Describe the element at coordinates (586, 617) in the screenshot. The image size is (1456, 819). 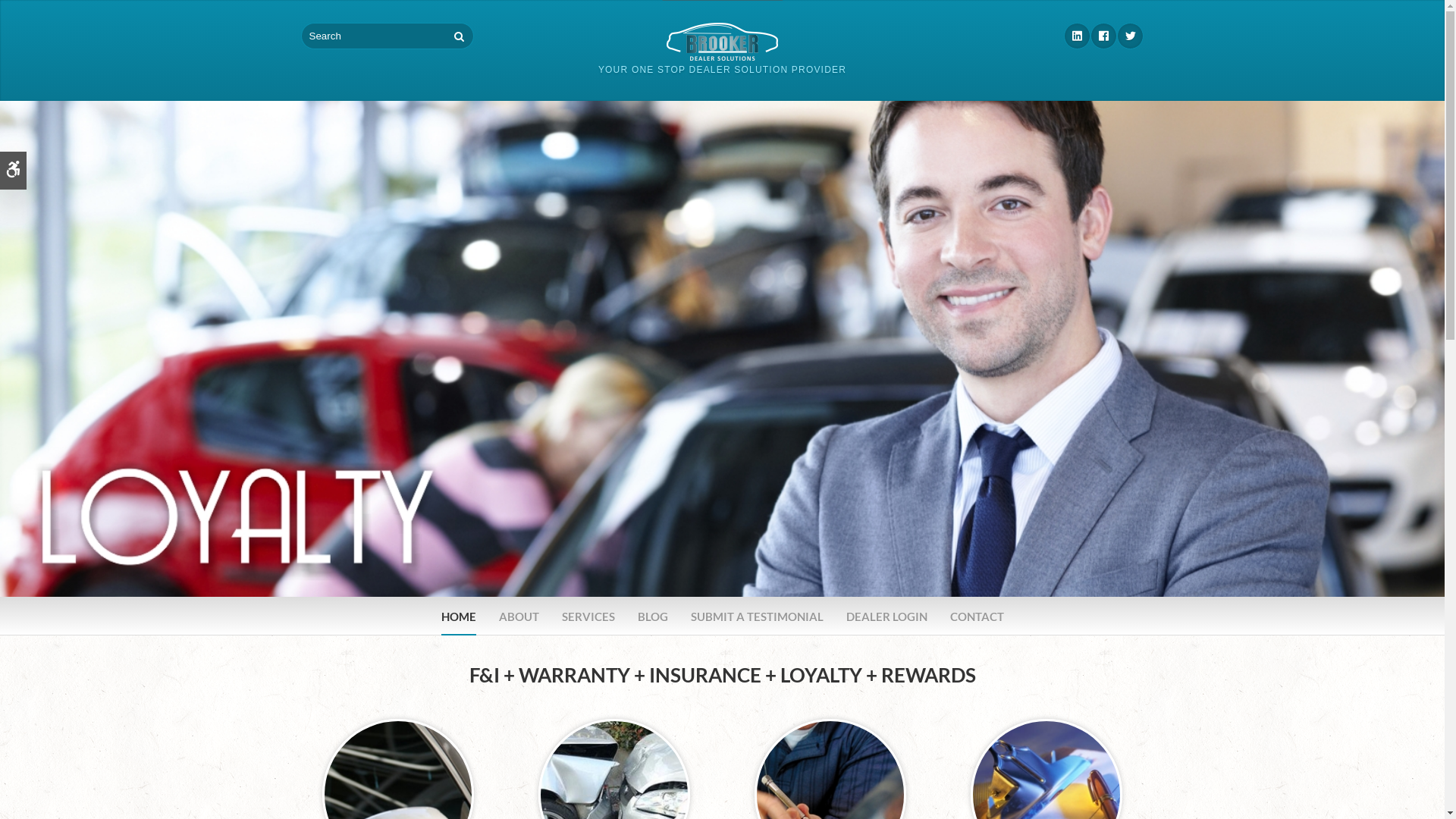
I see `'SERVICES'` at that location.